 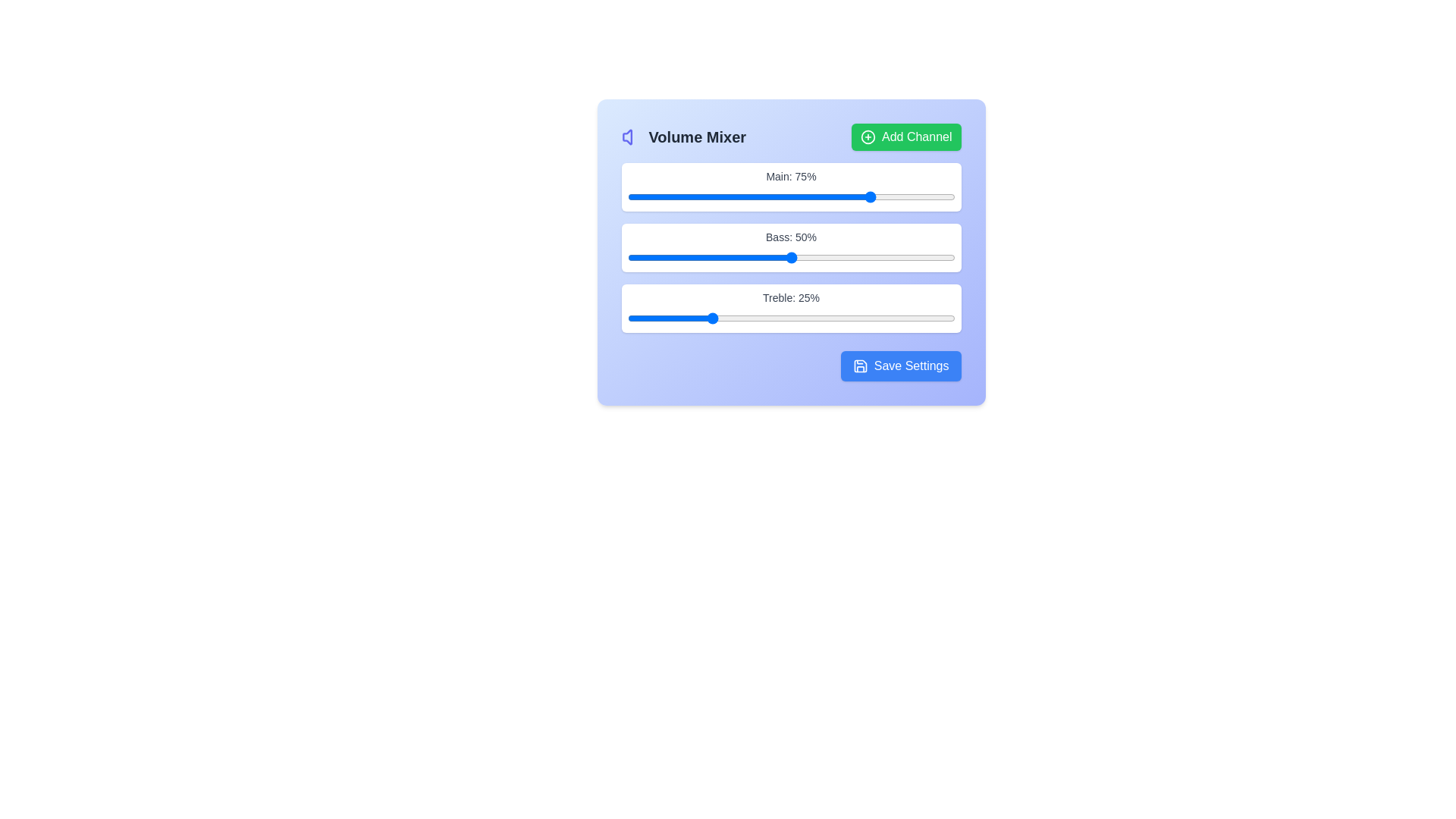 I want to click on the bass level, so click(x=732, y=256).